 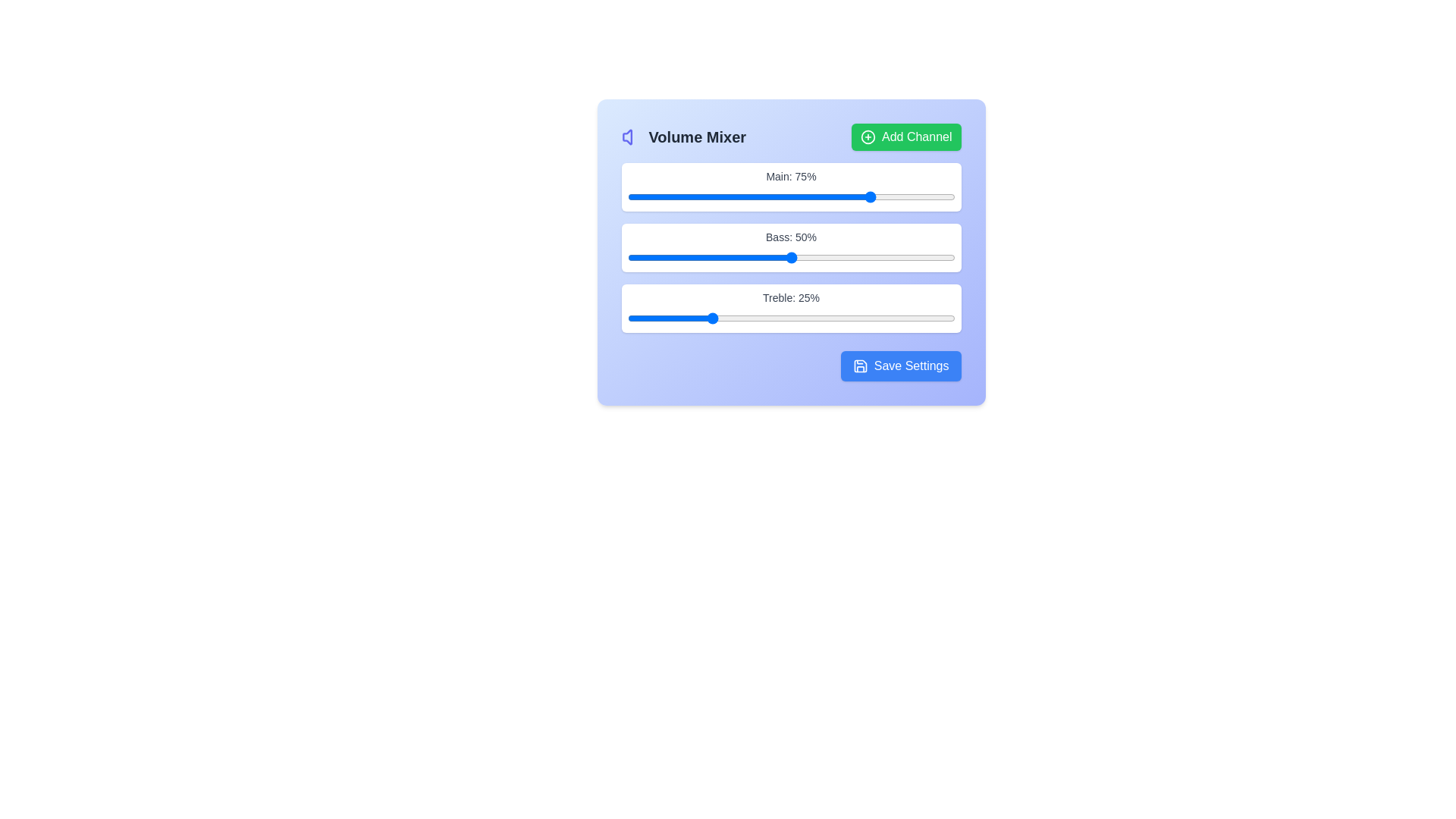 I want to click on the bass level, so click(x=732, y=256).